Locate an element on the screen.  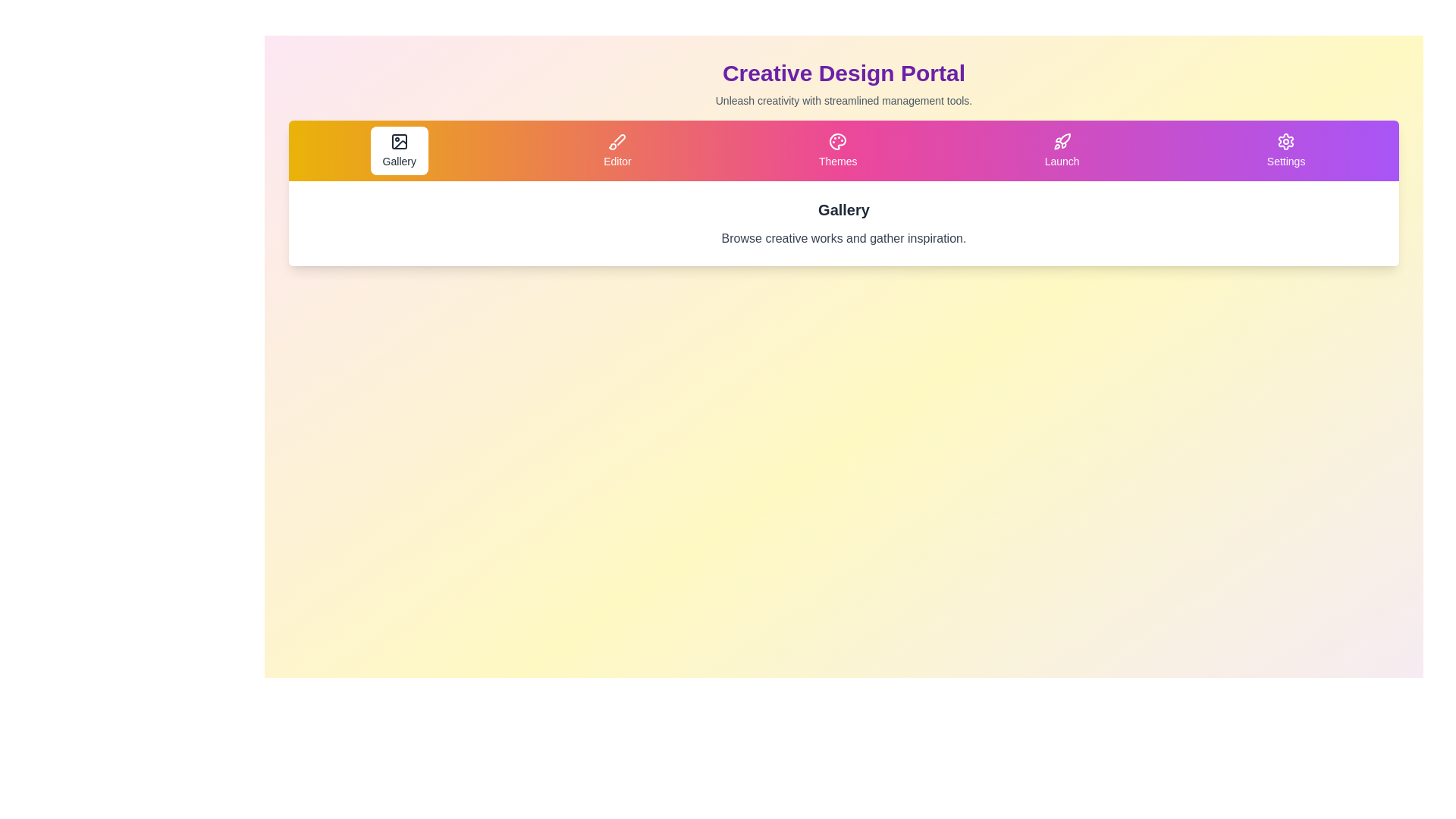
the nearby elements in the section containing the title 'Creative Design Portal', which features a bold, large, purple headline and a smaller gray description below it is located at coordinates (843, 84).